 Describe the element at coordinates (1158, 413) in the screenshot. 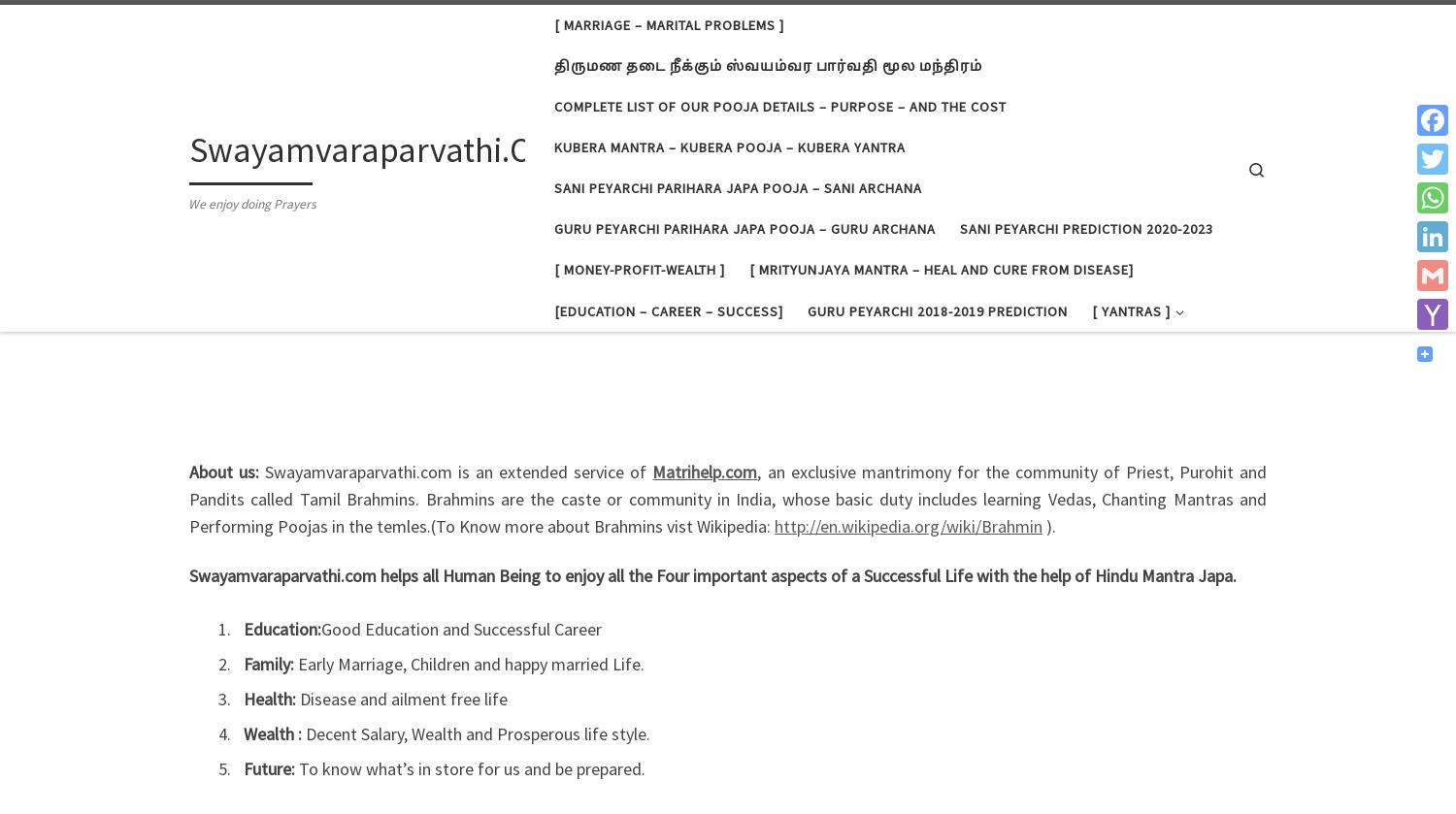

I see `'Guru Yantra'` at that location.